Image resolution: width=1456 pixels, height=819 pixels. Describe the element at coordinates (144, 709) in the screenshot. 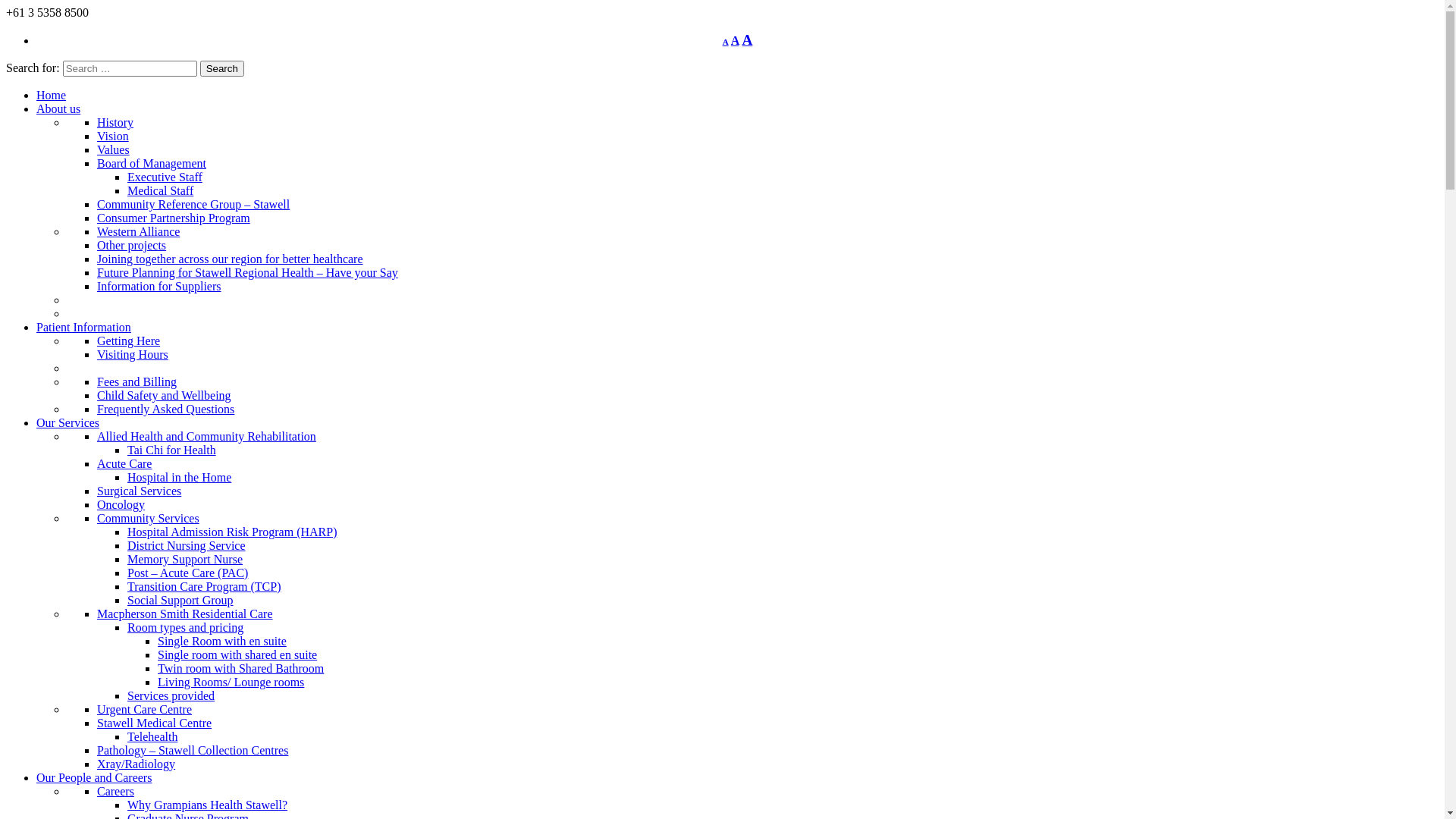

I see `'Urgent Care Centre'` at that location.